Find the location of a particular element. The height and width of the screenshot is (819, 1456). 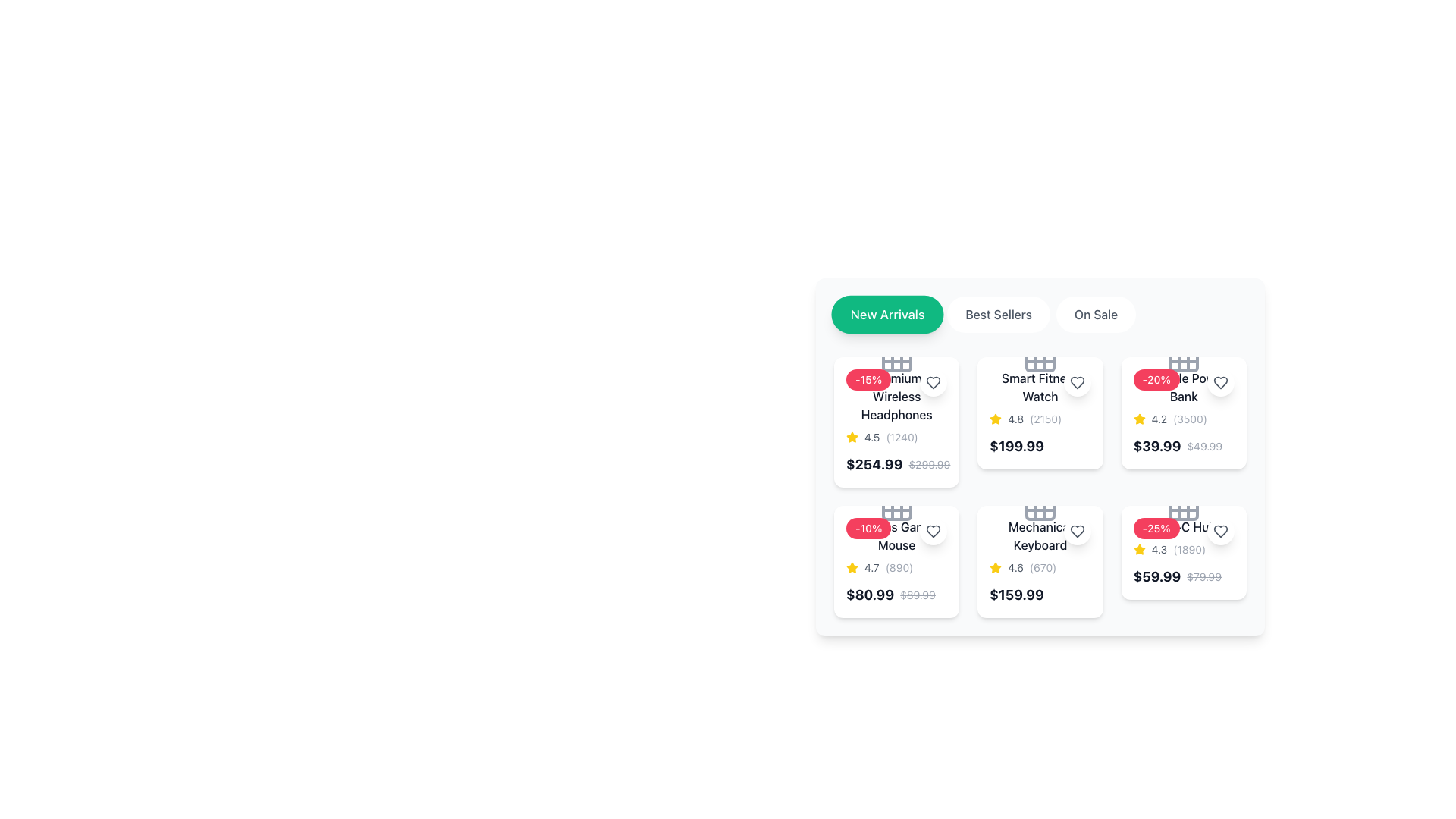

the heart button located in the top-right corner of the 'Mechanical Keyboard' product card is located at coordinates (1076, 531).